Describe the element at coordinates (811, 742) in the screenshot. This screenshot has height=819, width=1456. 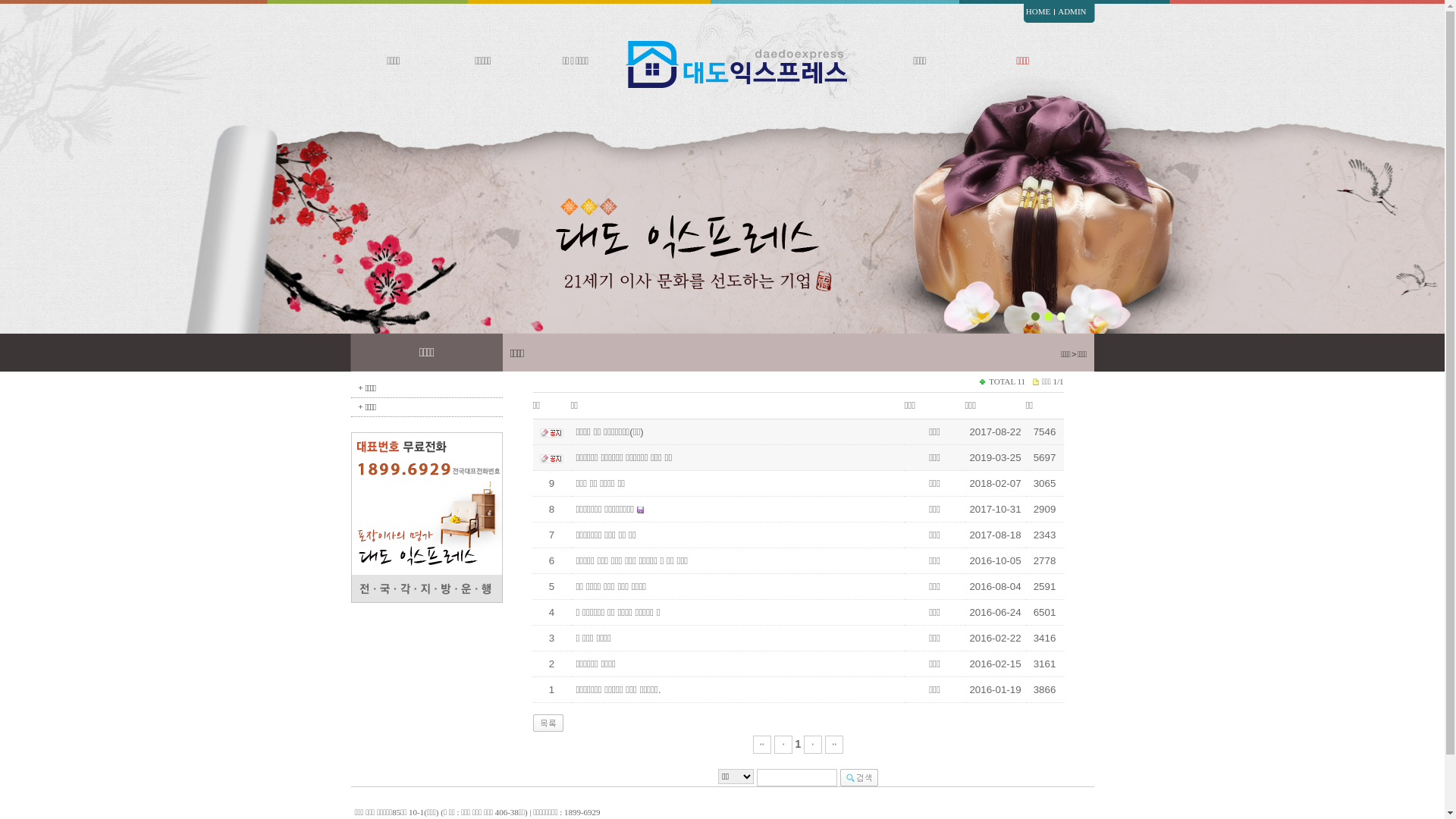
I see `'Go to the next page'` at that location.